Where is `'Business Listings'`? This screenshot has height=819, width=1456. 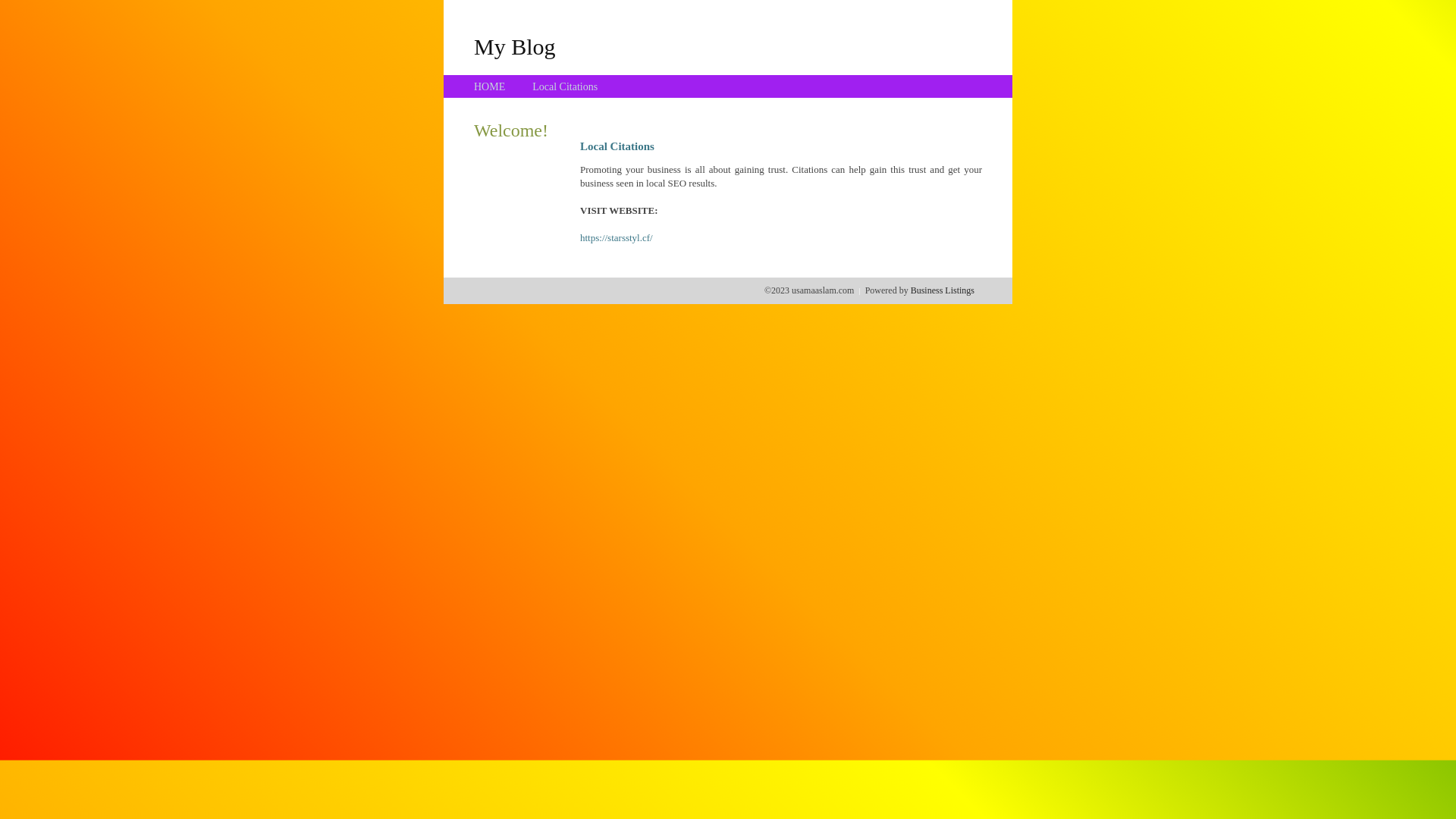 'Business Listings' is located at coordinates (942, 290).